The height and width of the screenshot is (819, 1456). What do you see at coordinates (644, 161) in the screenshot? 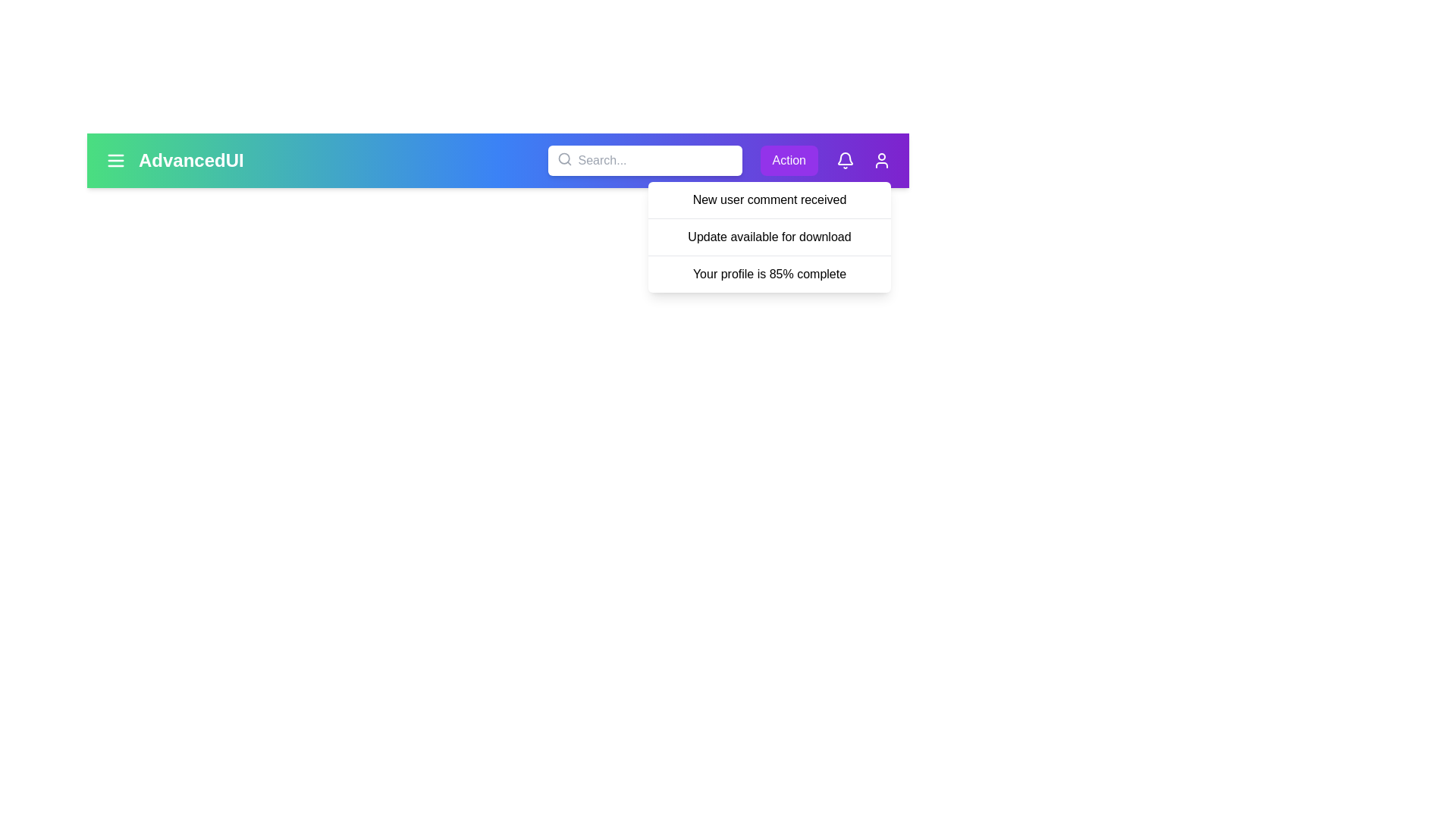
I see `the search input field to focus it` at bounding box center [644, 161].